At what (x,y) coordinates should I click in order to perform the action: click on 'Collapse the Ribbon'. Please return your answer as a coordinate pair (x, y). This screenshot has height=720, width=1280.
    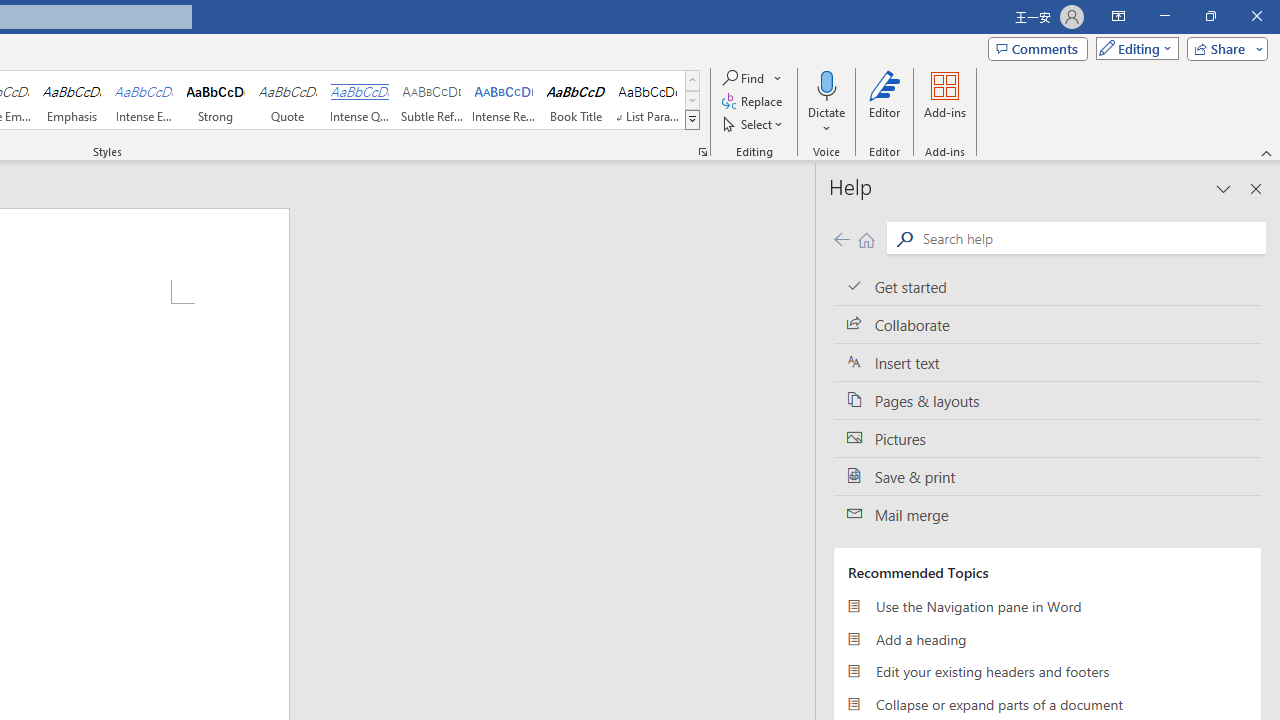
    Looking at the image, I should click on (1266, 152).